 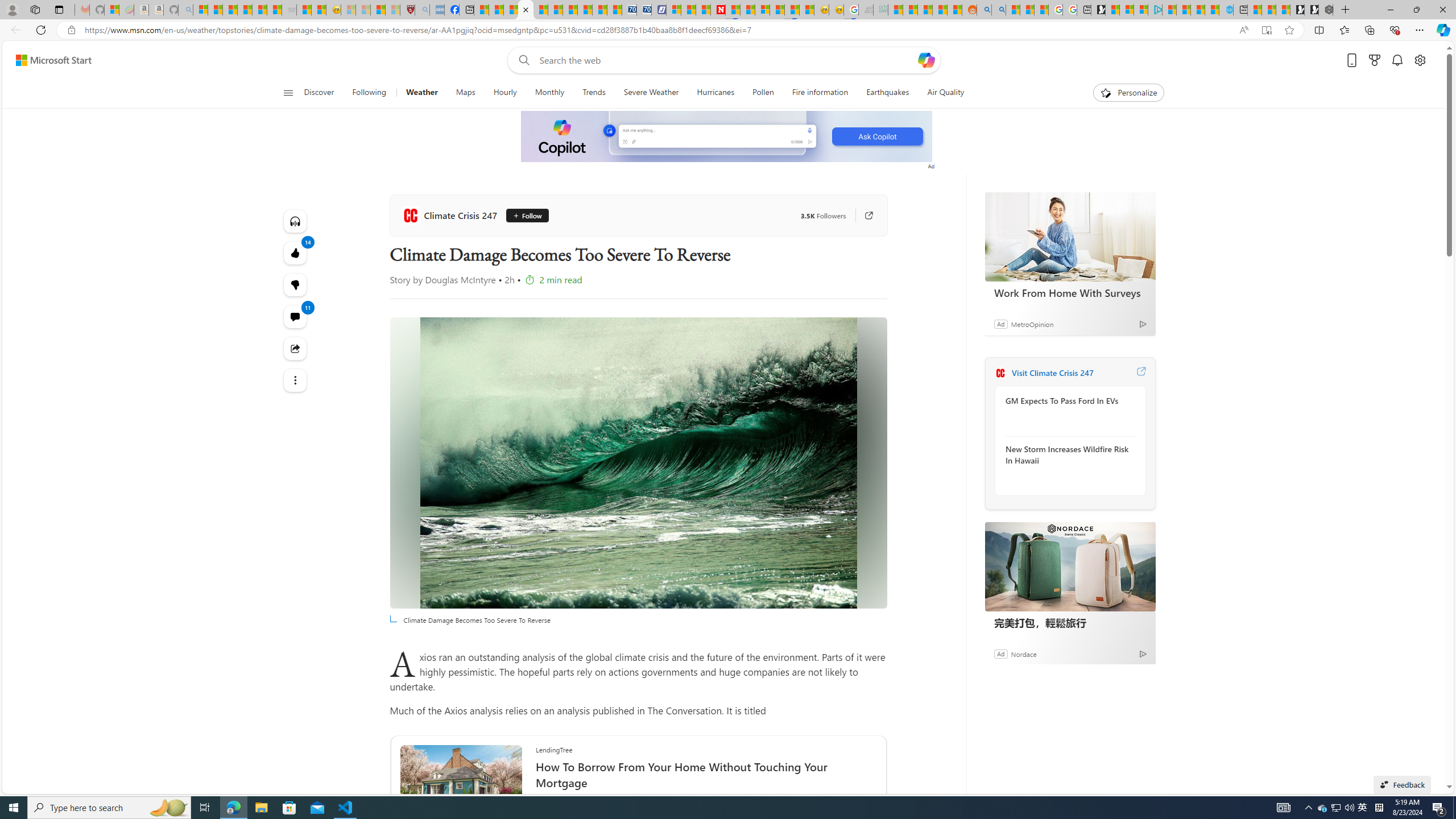 What do you see at coordinates (466, 92) in the screenshot?
I see `'Maps'` at bounding box center [466, 92].